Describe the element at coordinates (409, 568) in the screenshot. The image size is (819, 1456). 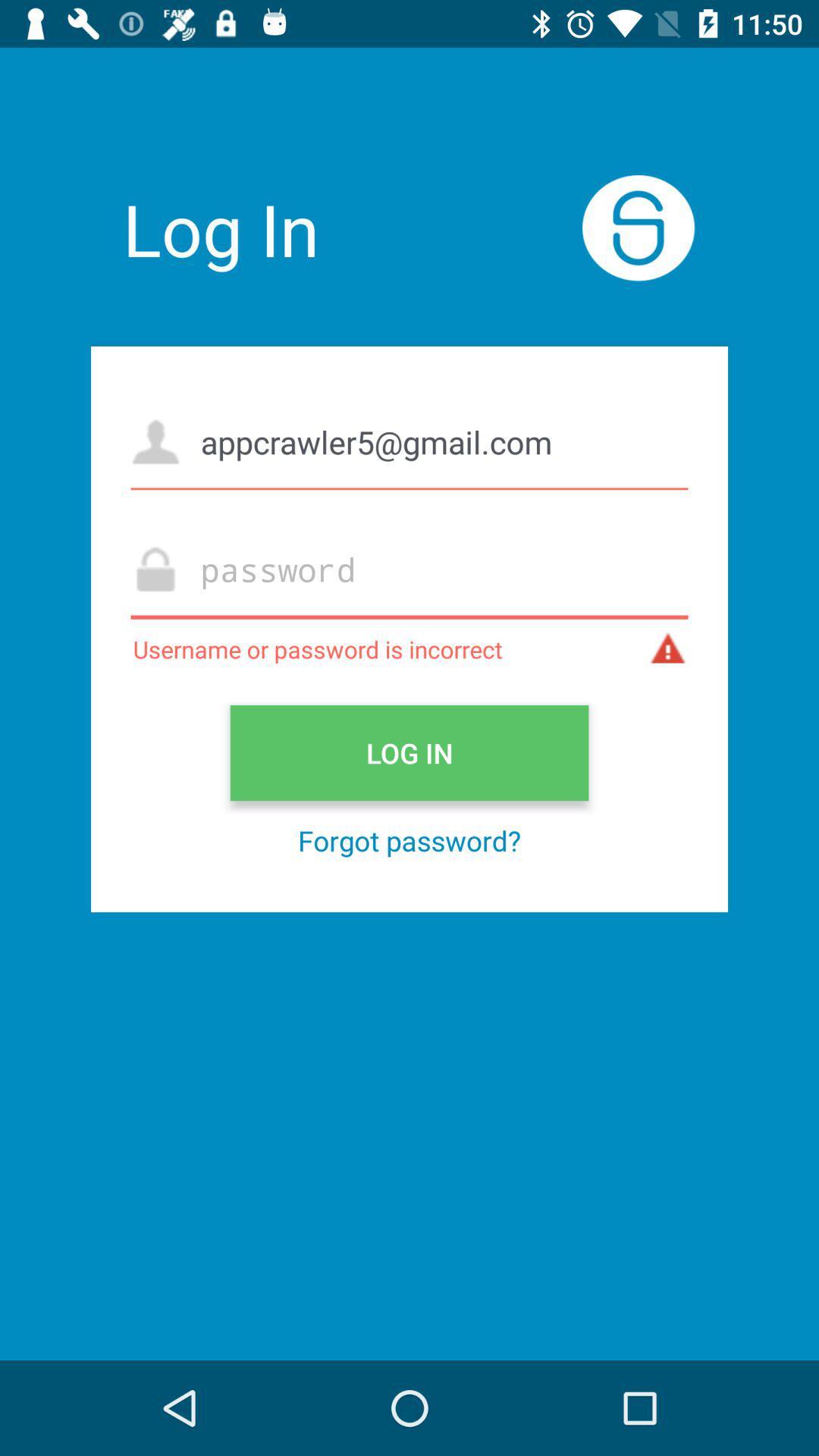
I see `fill in password` at that location.